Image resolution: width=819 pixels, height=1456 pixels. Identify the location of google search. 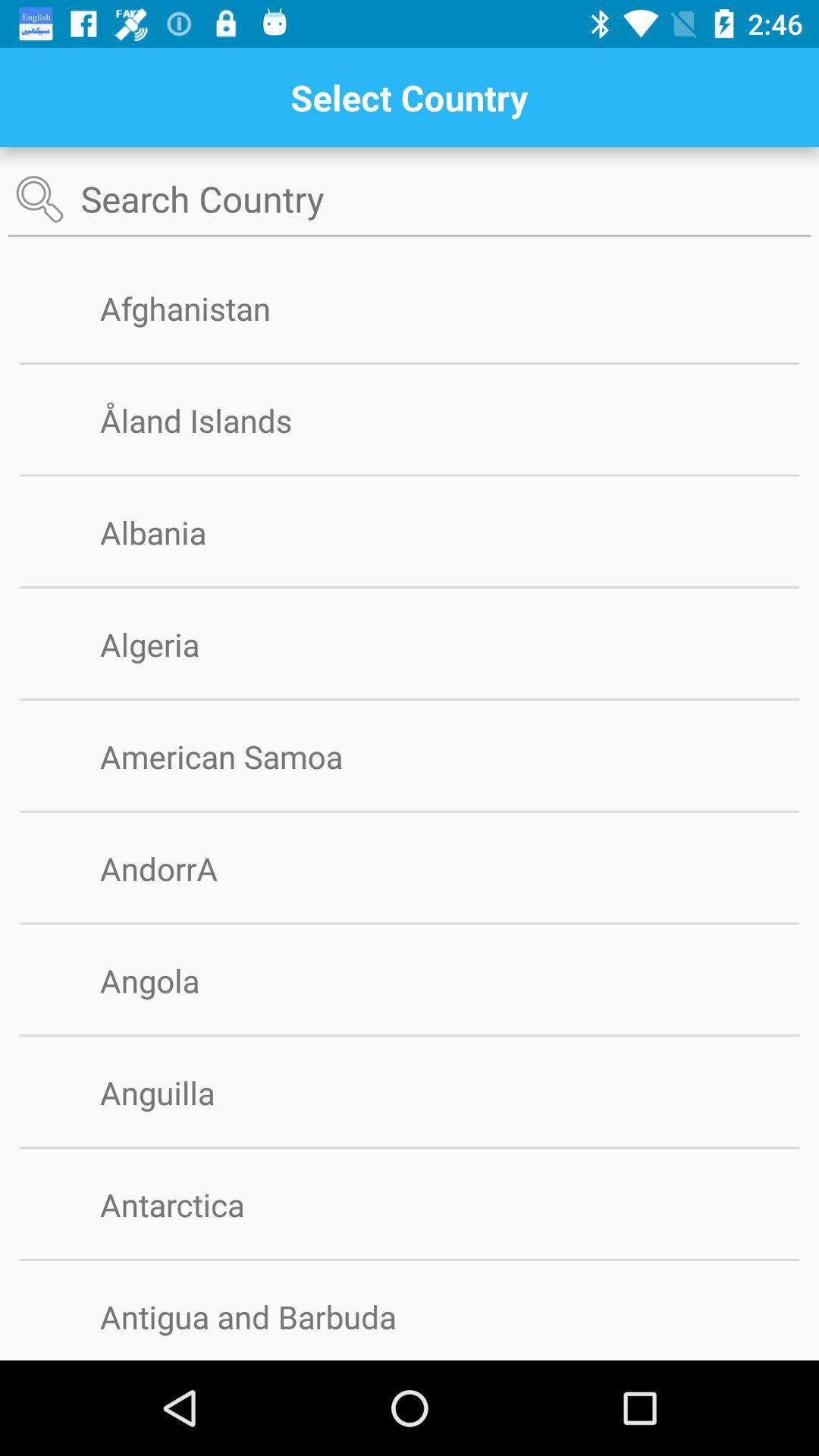
(409, 199).